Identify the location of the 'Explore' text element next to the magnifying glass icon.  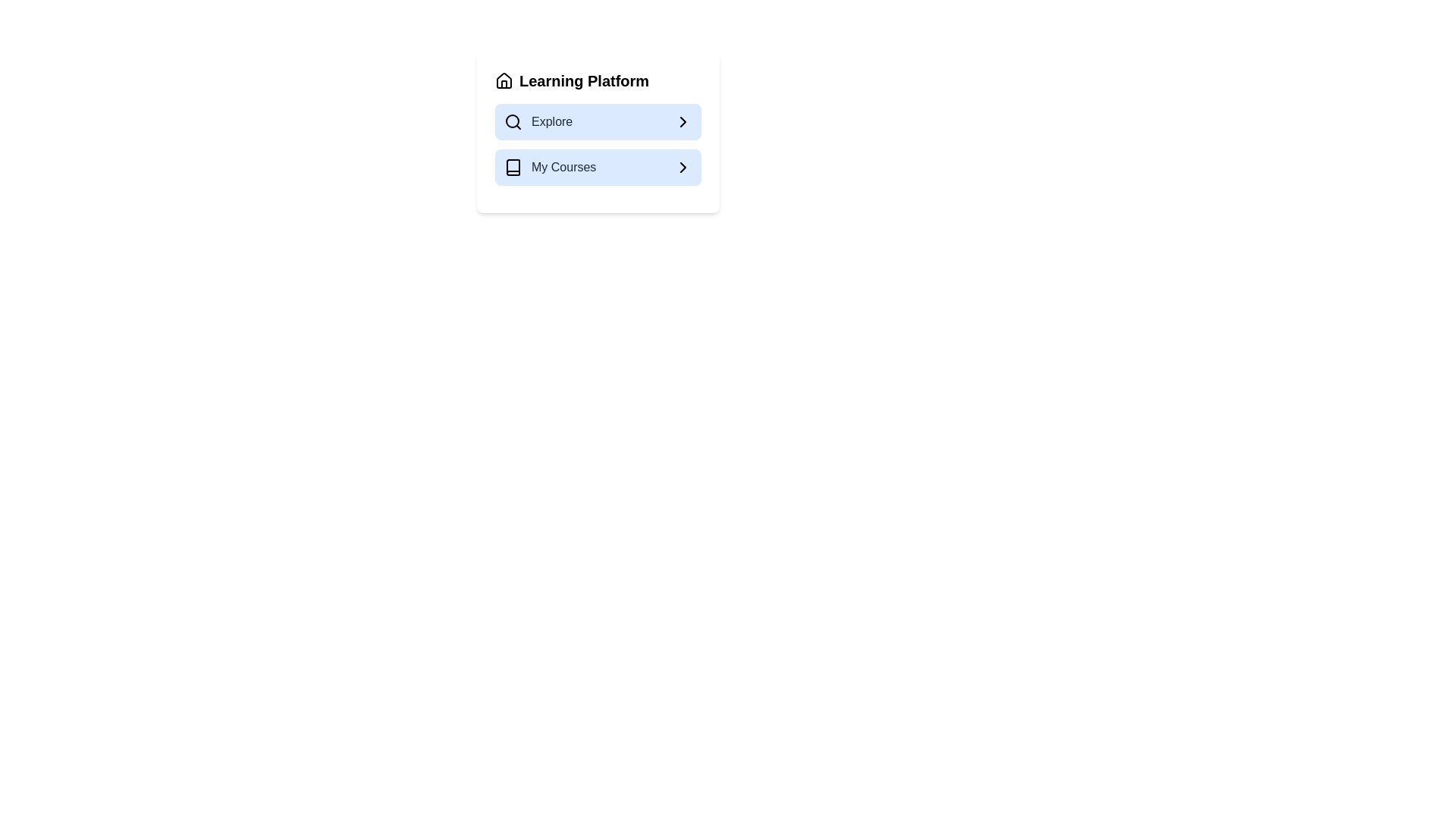
(538, 121).